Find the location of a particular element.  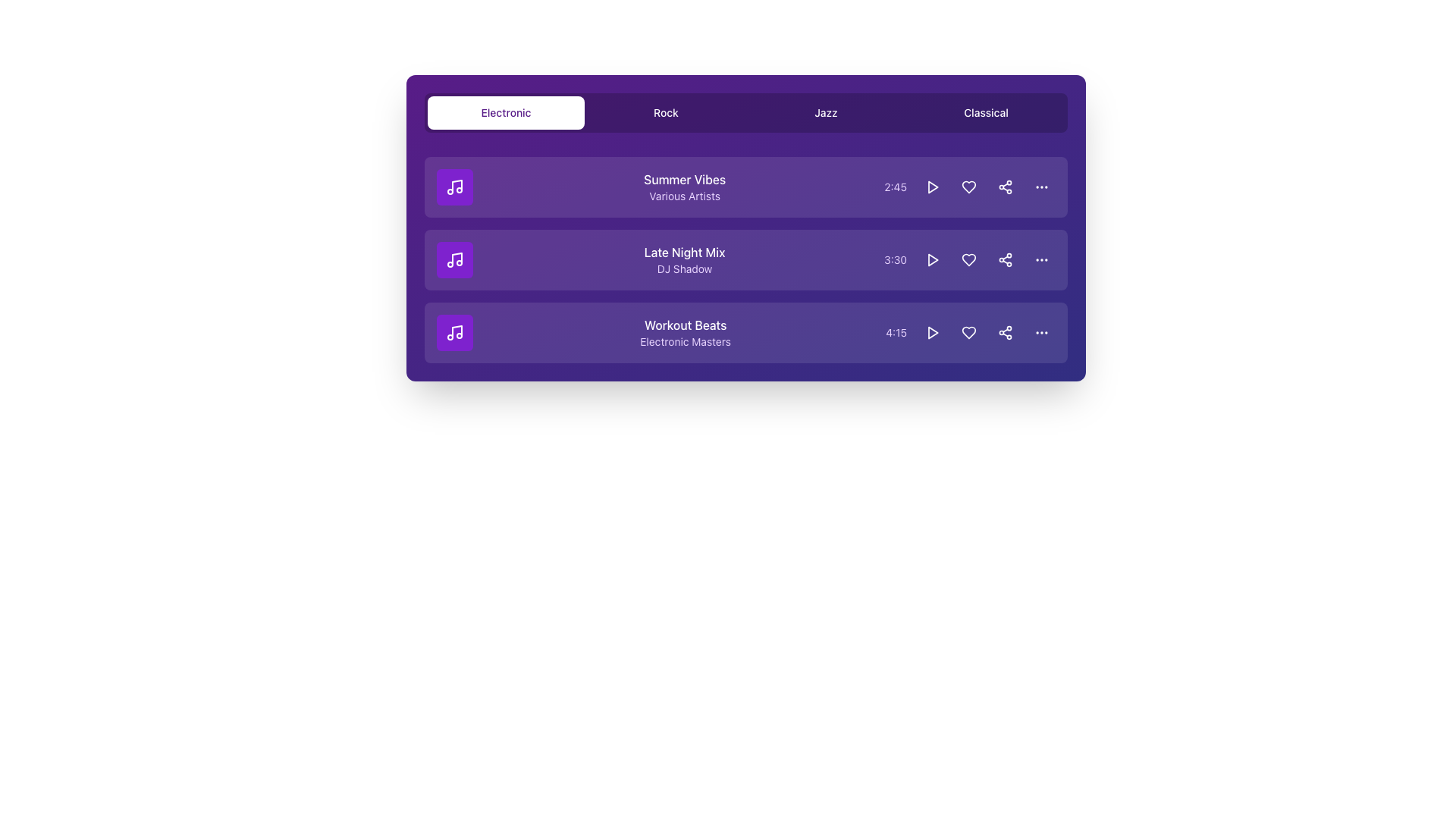

the 'like' or 'favorite' button located in the bottom right section of the third row in a list of items is located at coordinates (968, 332).